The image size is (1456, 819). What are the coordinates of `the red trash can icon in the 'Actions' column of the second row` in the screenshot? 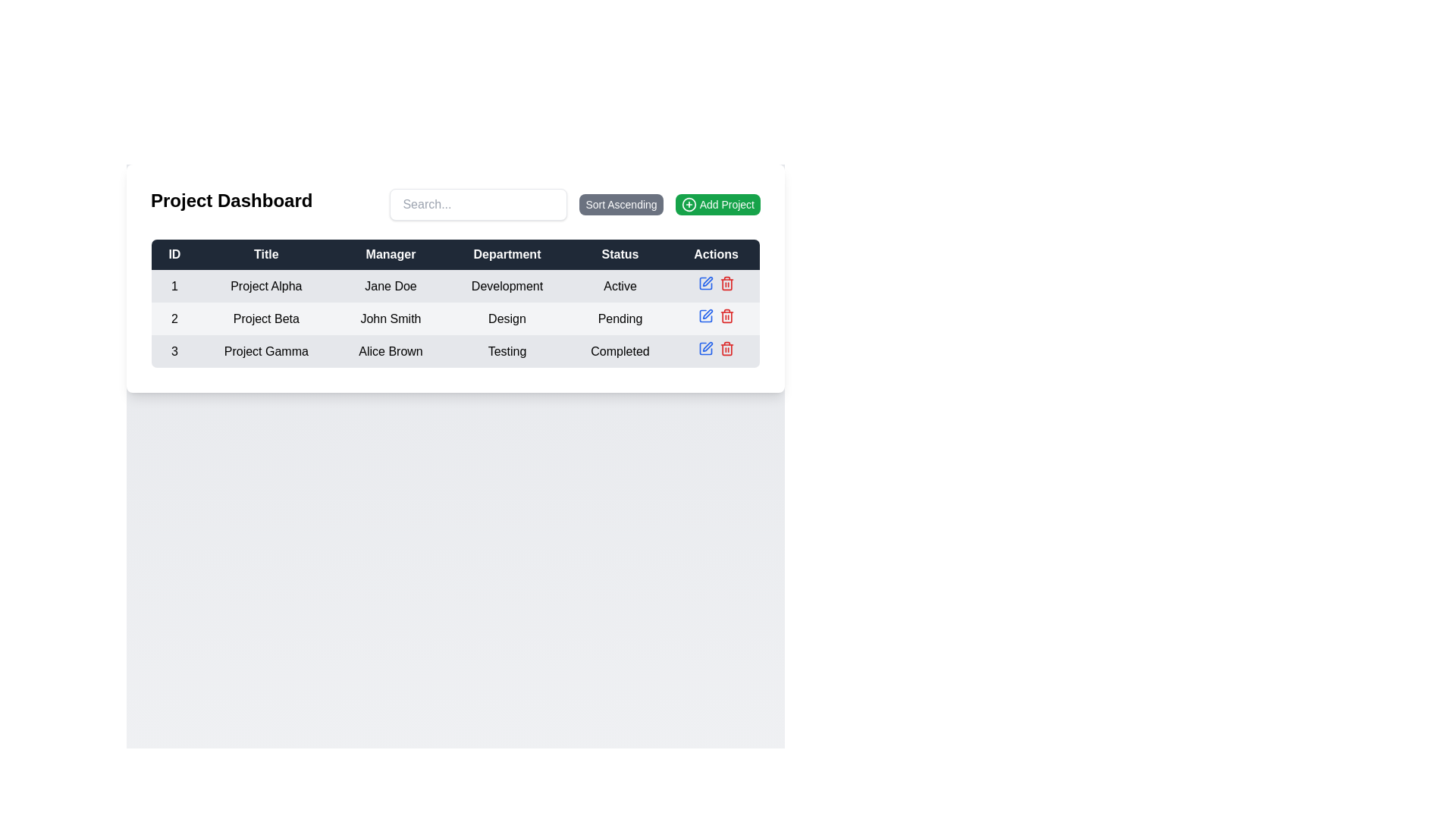 It's located at (726, 315).